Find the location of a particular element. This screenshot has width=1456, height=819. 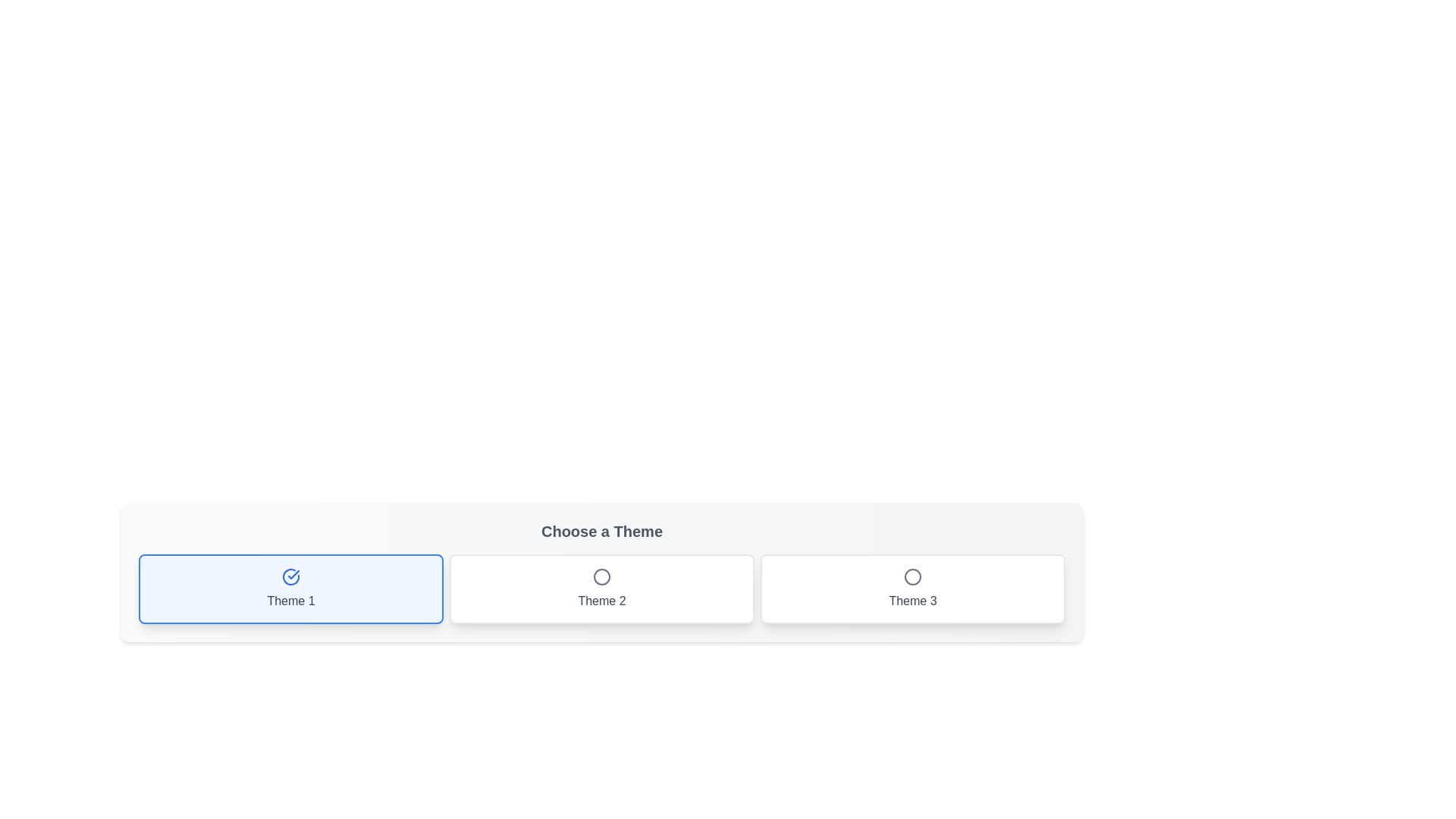

the style of the circle indicating the selection status for the 'Theme 3' option in the theme selector interface is located at coordinates (912, 576).